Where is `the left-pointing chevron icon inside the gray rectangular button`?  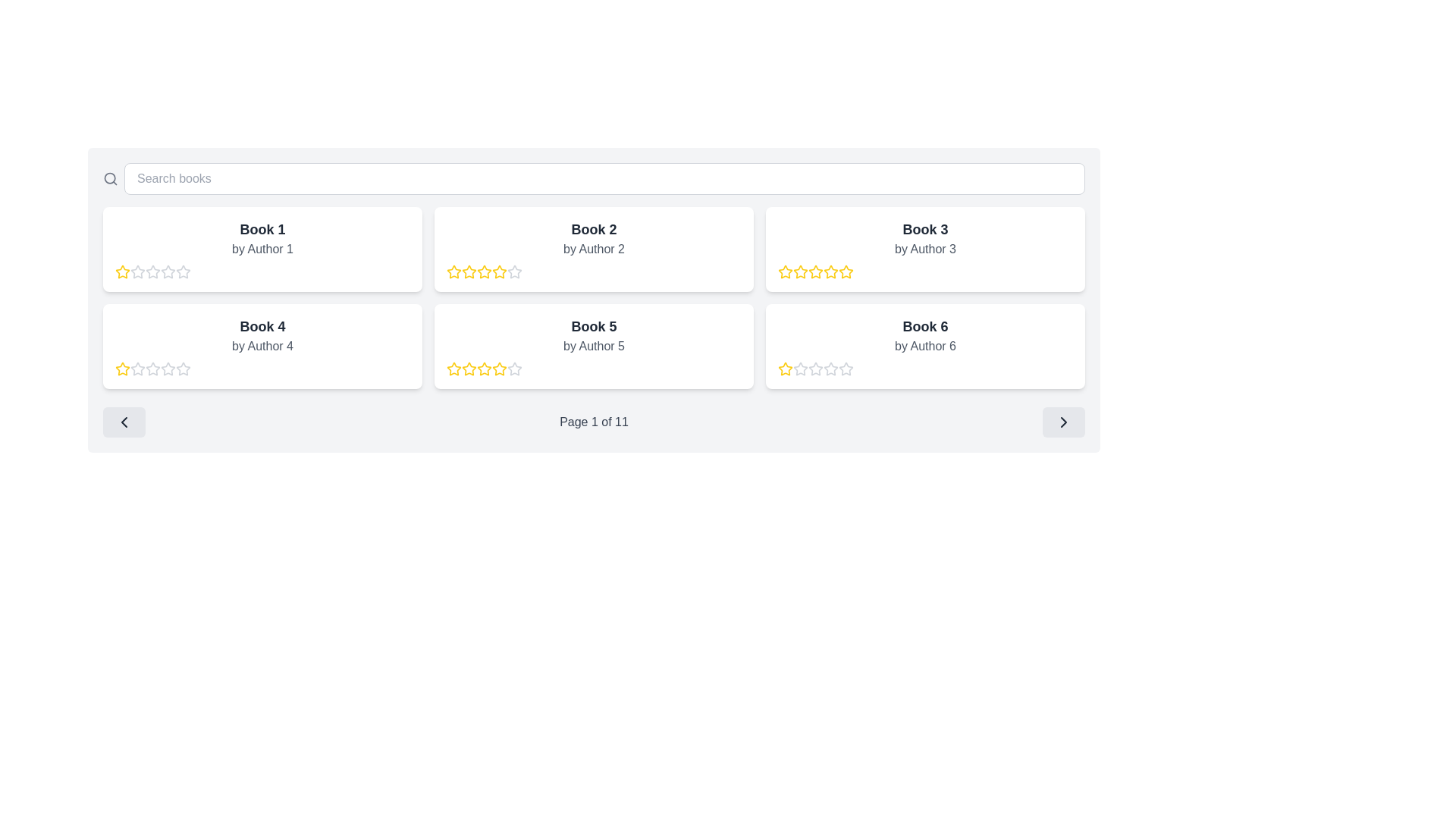
the left-pointing chevron icon inside the gray rectangular button is located at coordinates (124, 422).